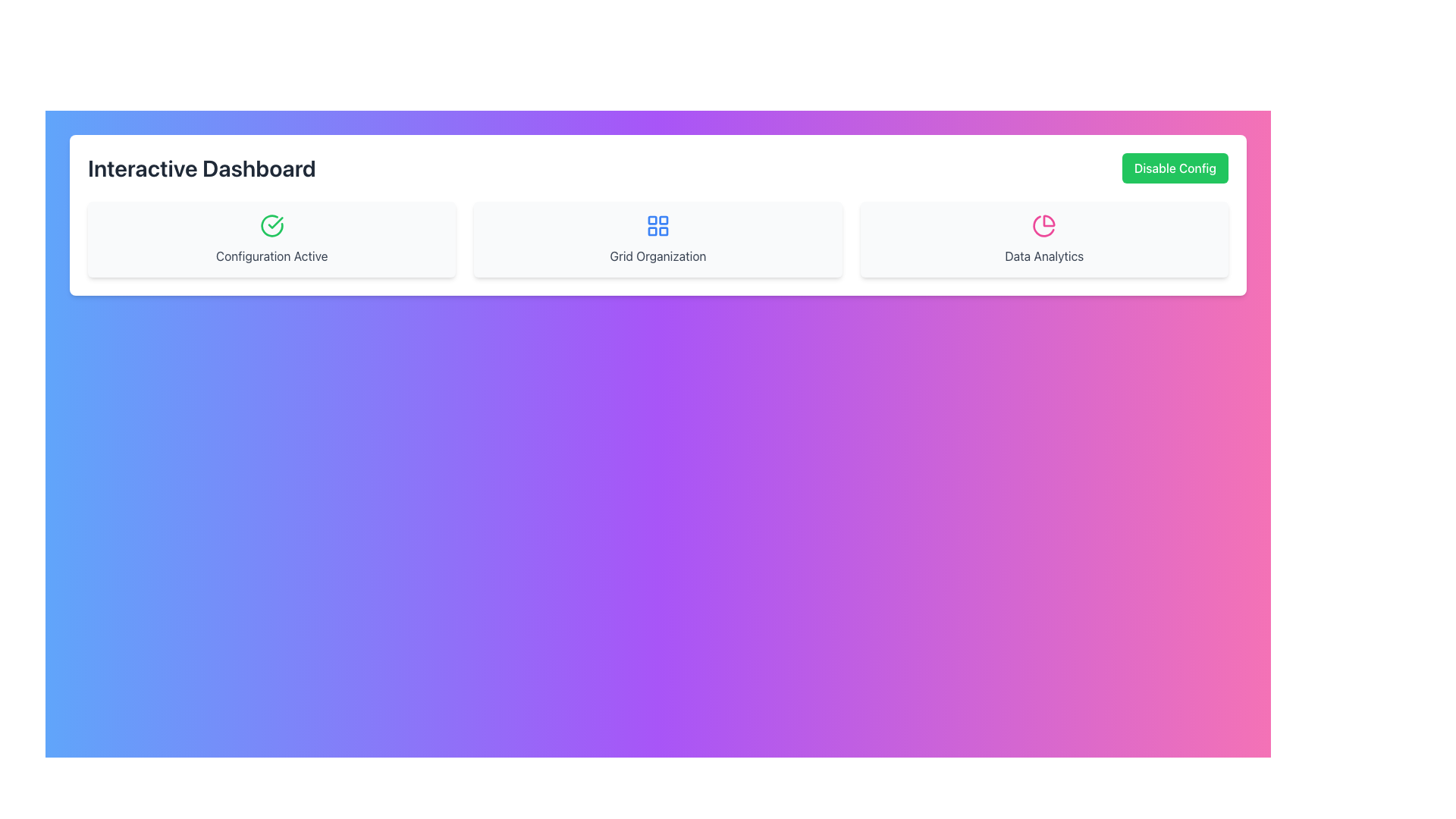 The height and width of the screenshot is (819, 1456). What do you see at coordinates (271, 225) in the screenshot?
I see `the green circular icon with a checkmark inside it, which indicates an active state, positioned above the text 'Configuration Active' in the first card of the row` at bounding box center [271, 225].